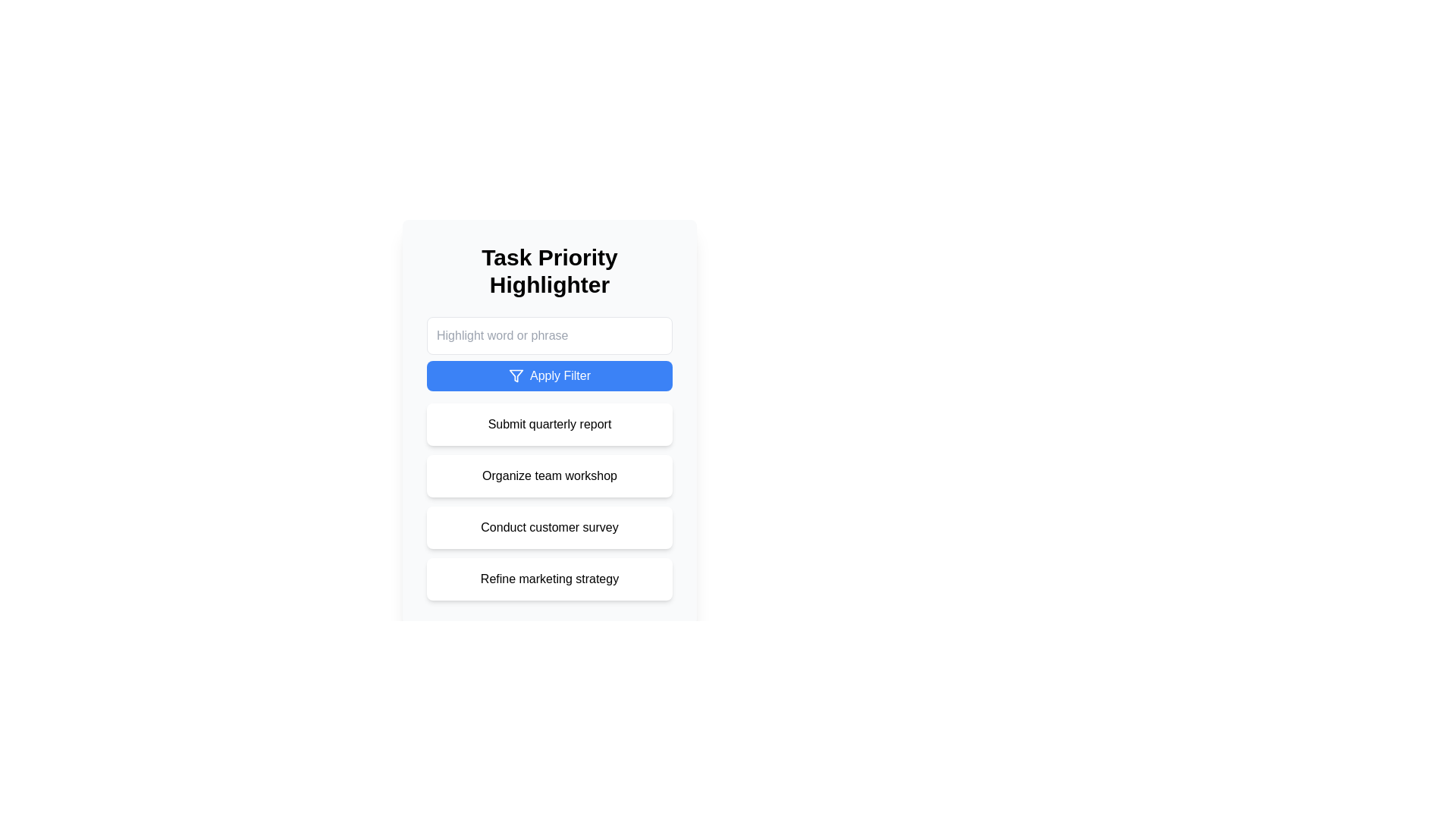  I want to click on the button in the 'Task Priority Highlighter' section to trigger a visual state change, so click(548, 353).